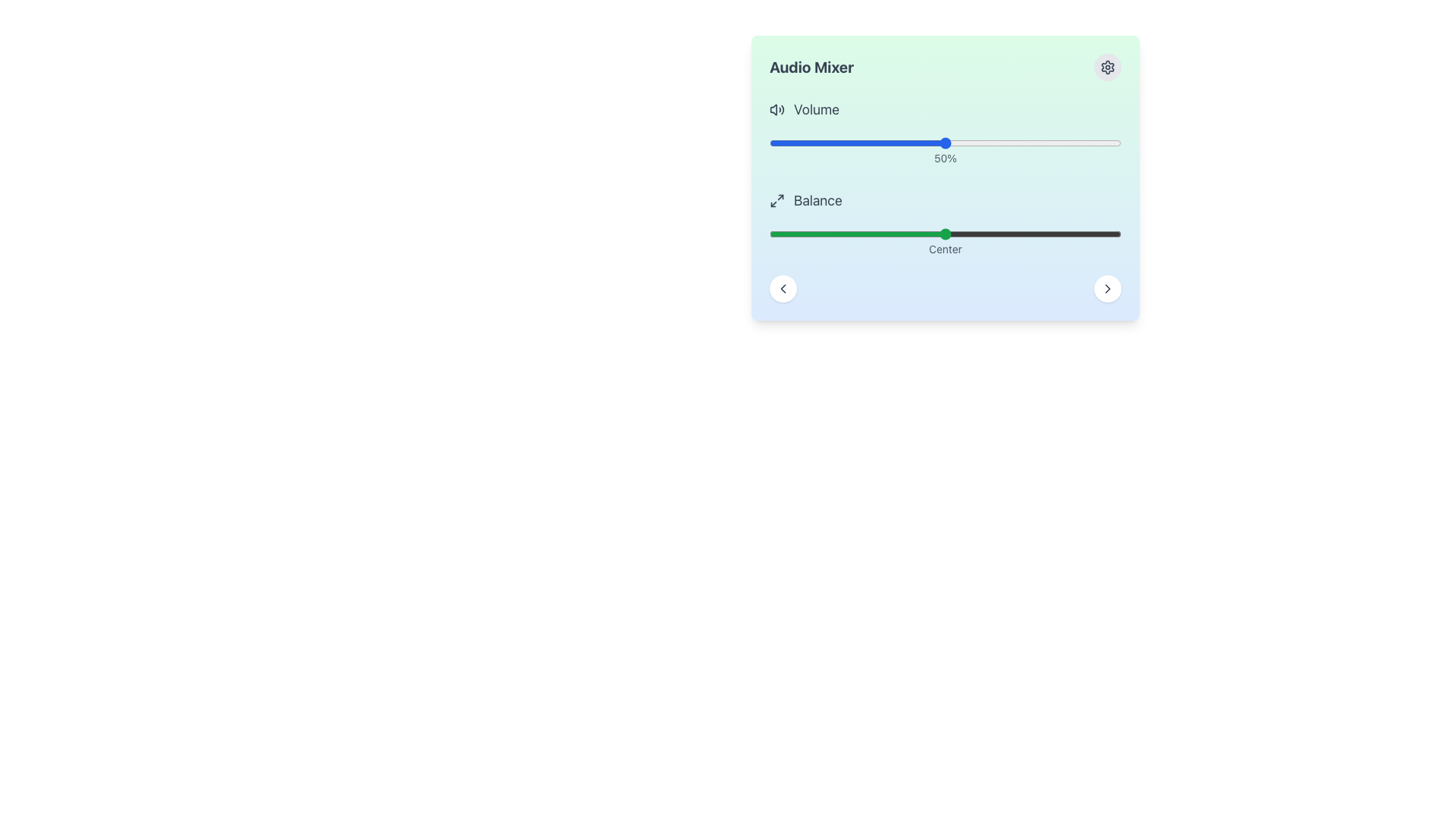 The image size is (1456, 819). What do you see at coordinates (945, 234) in the screenshot?
I see `balance` at bounding box center [945, 234].